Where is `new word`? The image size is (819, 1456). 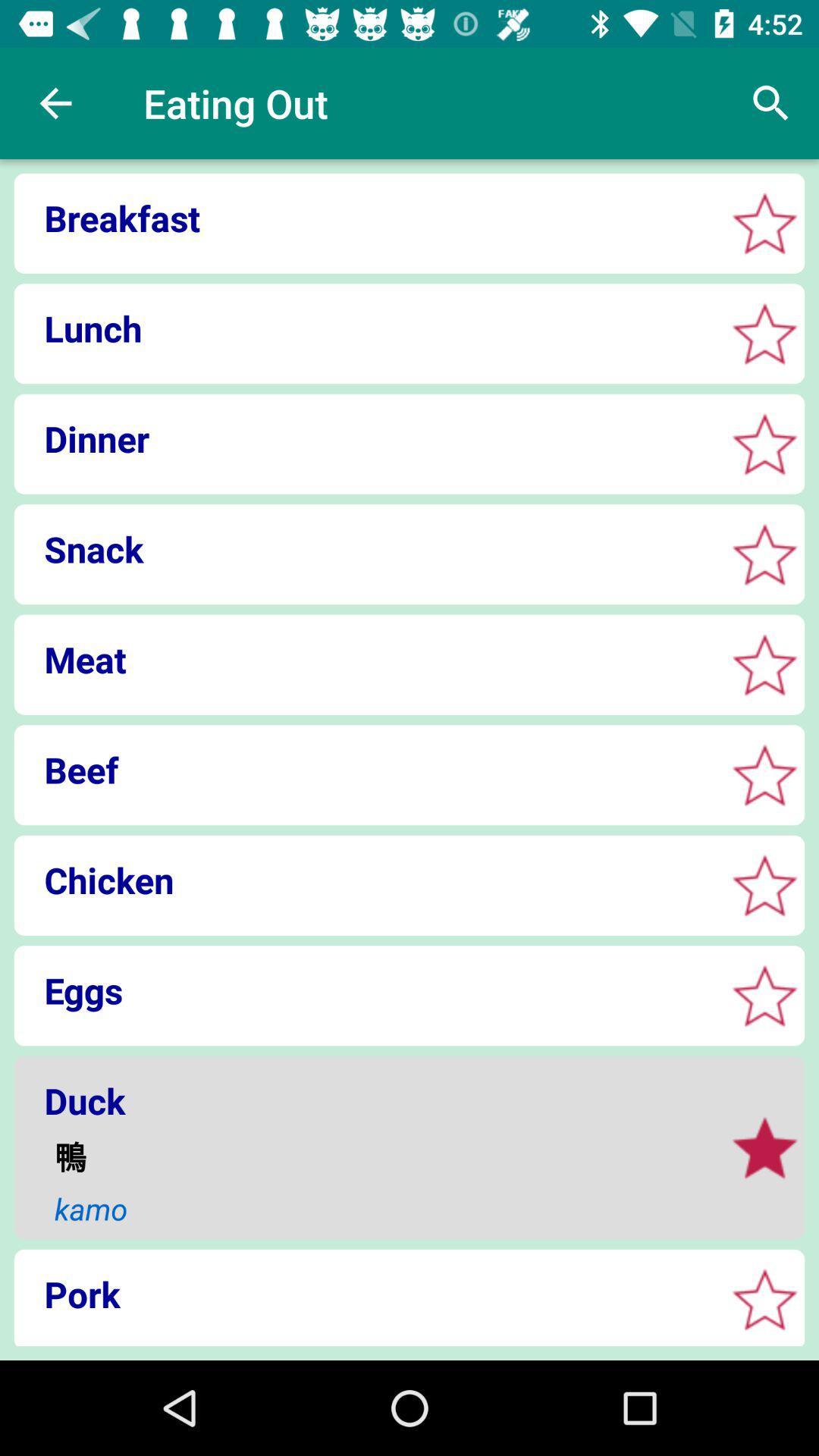 new word is located at coordinates (764, 775).